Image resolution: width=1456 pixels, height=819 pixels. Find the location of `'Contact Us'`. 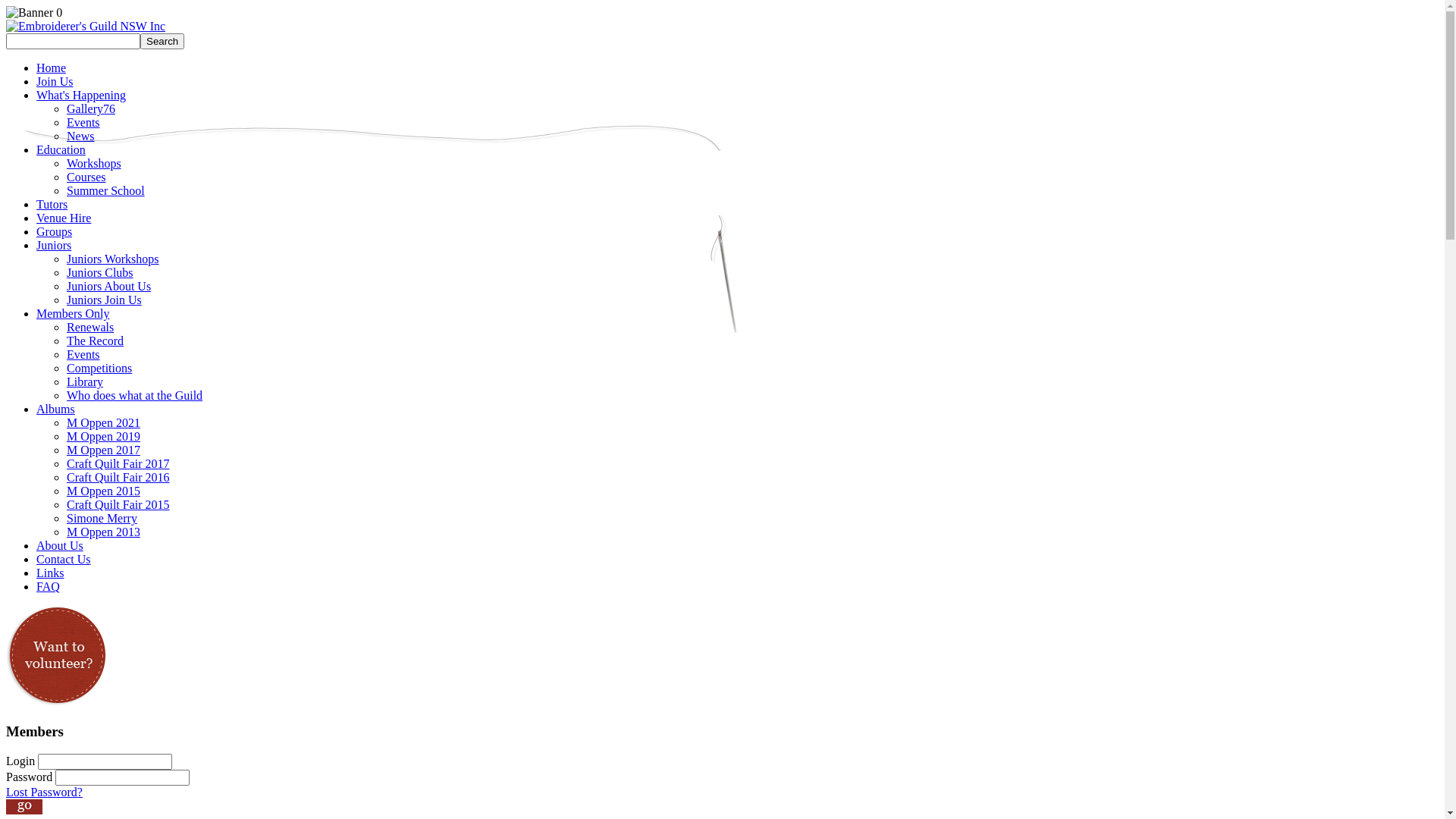

'Contact Us' is located at coordinates (36, 559).